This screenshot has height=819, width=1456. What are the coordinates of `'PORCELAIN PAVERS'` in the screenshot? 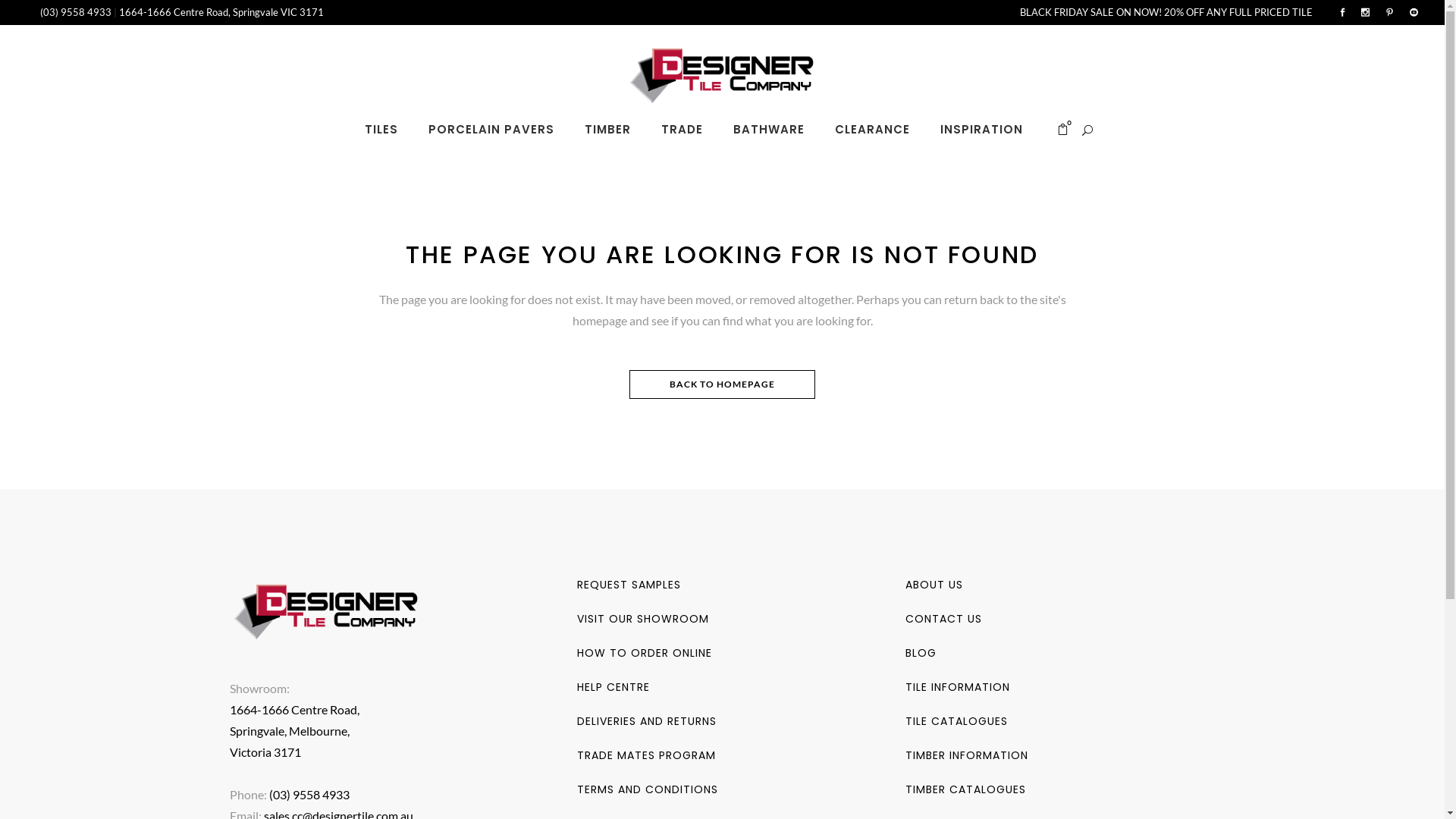 It's located at (491, 128).